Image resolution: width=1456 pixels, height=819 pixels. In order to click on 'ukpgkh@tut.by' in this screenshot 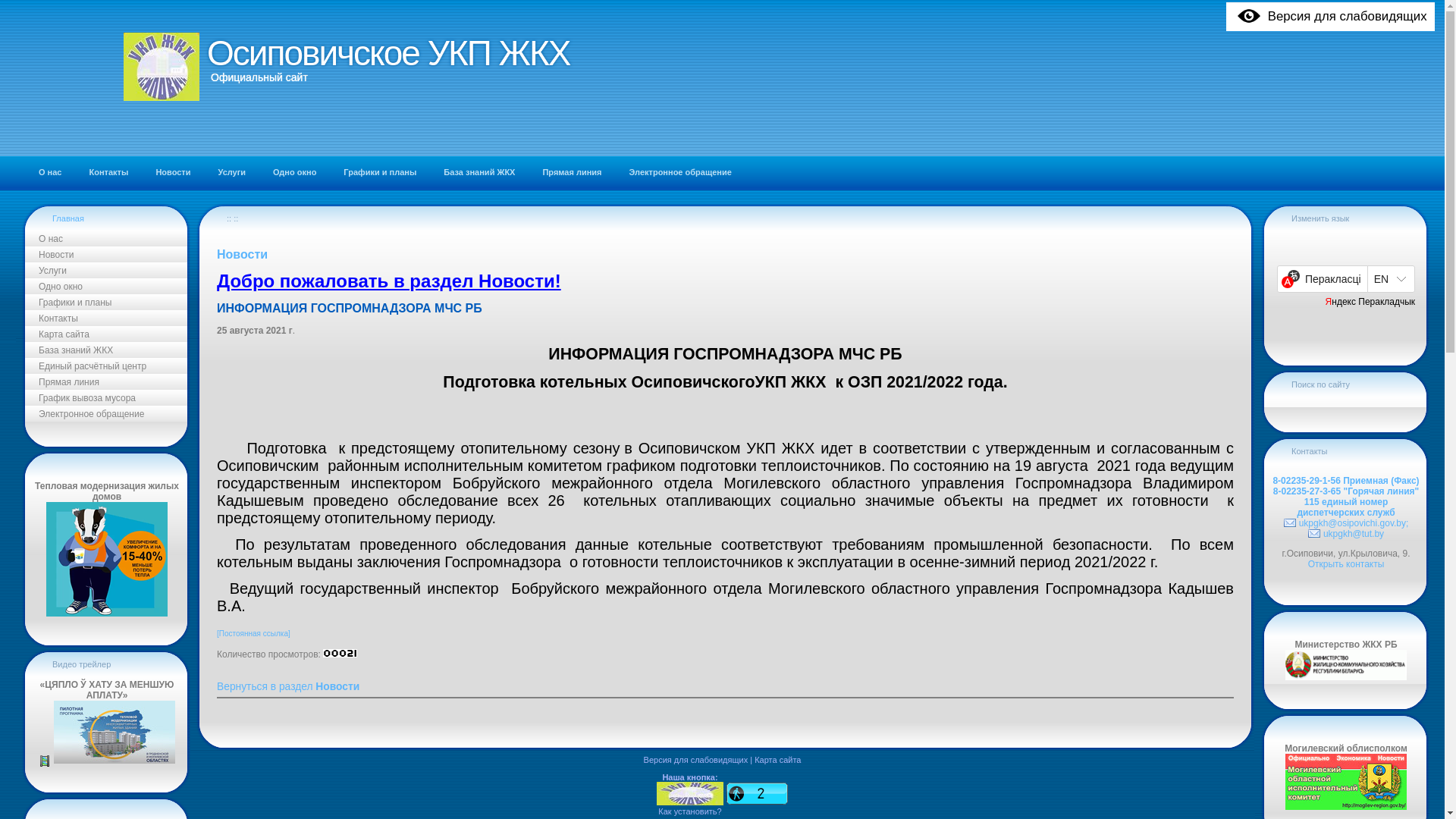, I will do `click(1307, 533)`.